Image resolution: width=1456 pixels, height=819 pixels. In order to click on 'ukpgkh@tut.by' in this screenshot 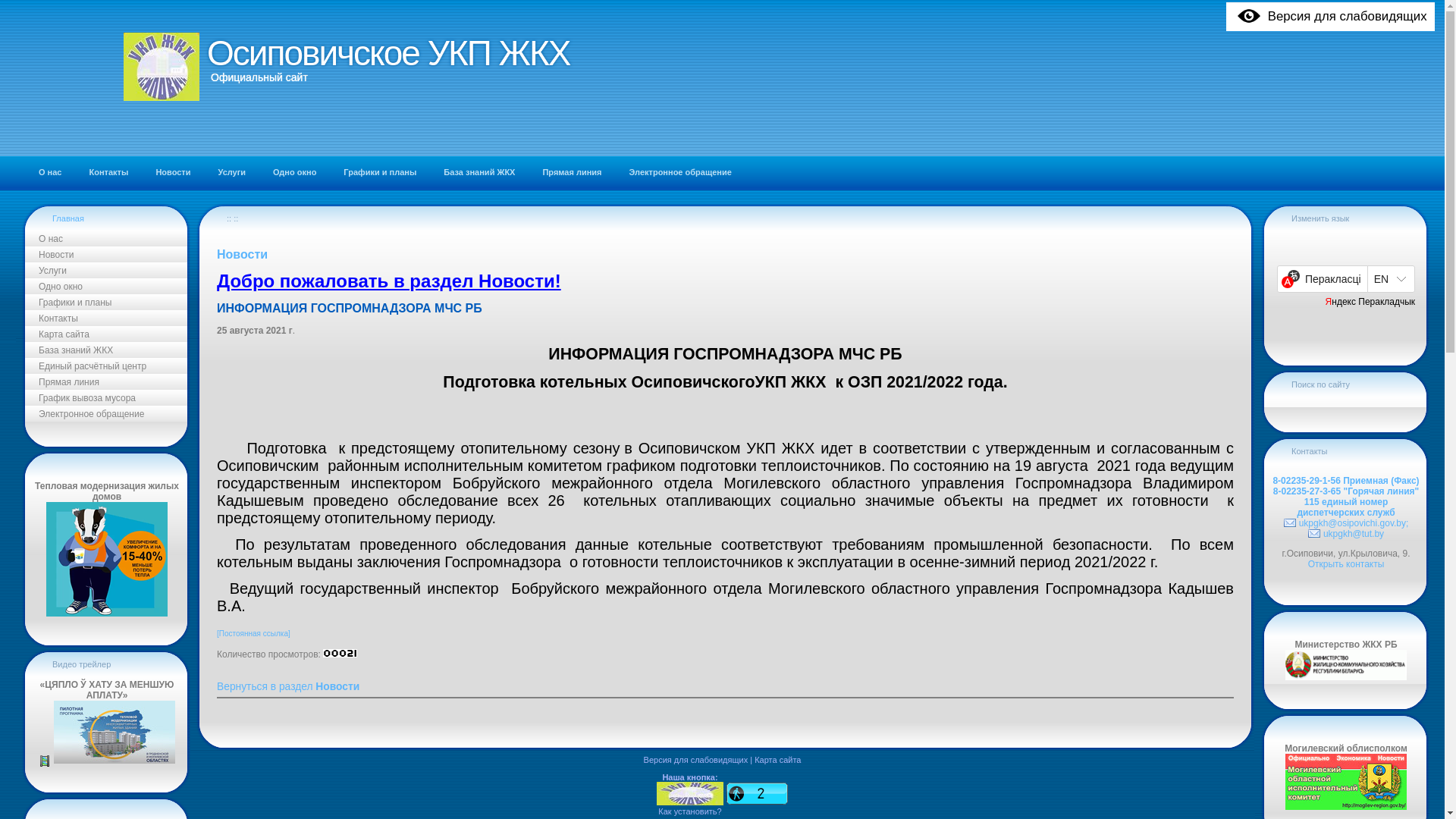, I will do `click(1307, 533)`.